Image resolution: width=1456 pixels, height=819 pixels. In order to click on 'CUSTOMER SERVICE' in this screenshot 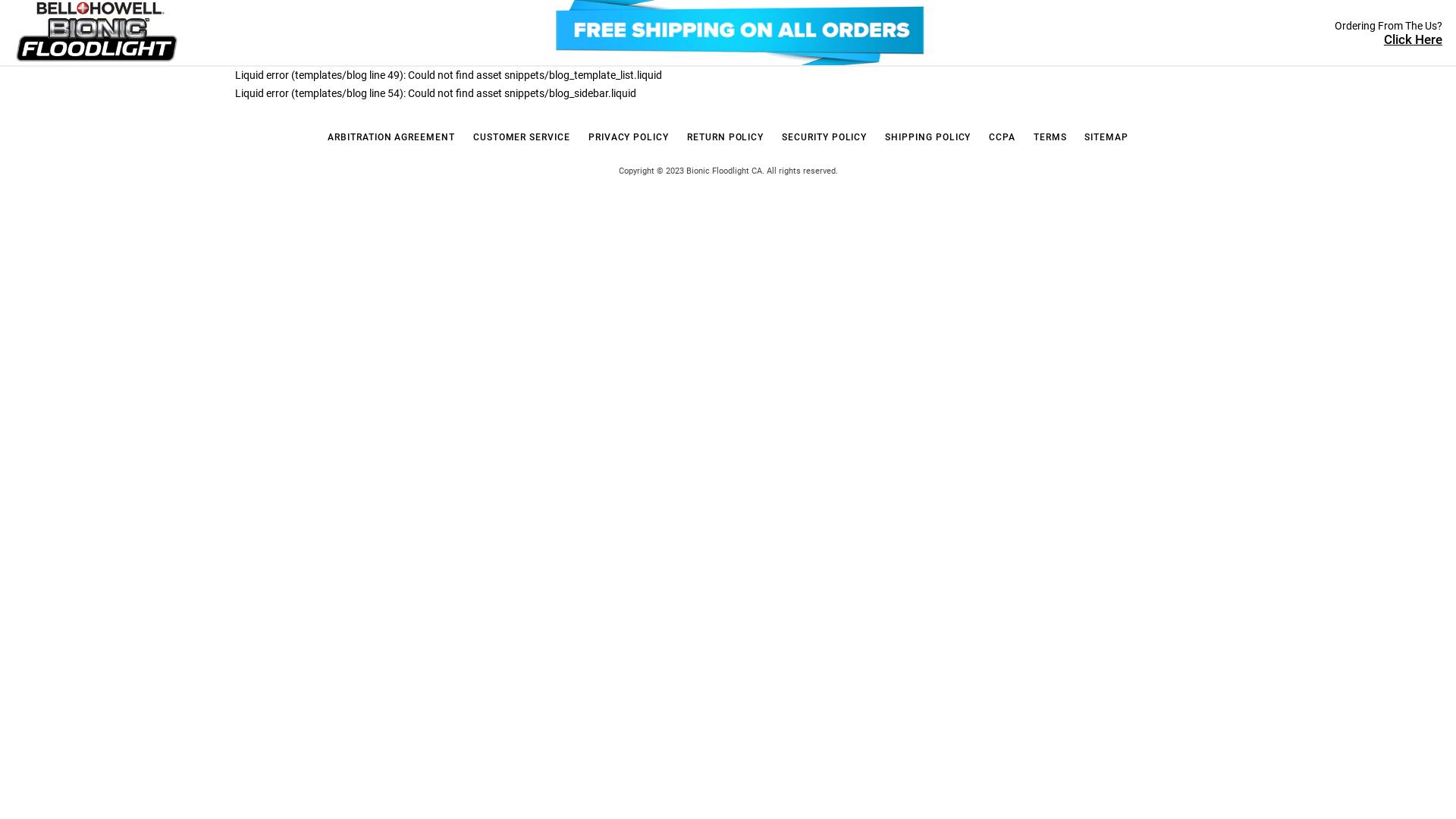, I will do `click(521, 137)`.